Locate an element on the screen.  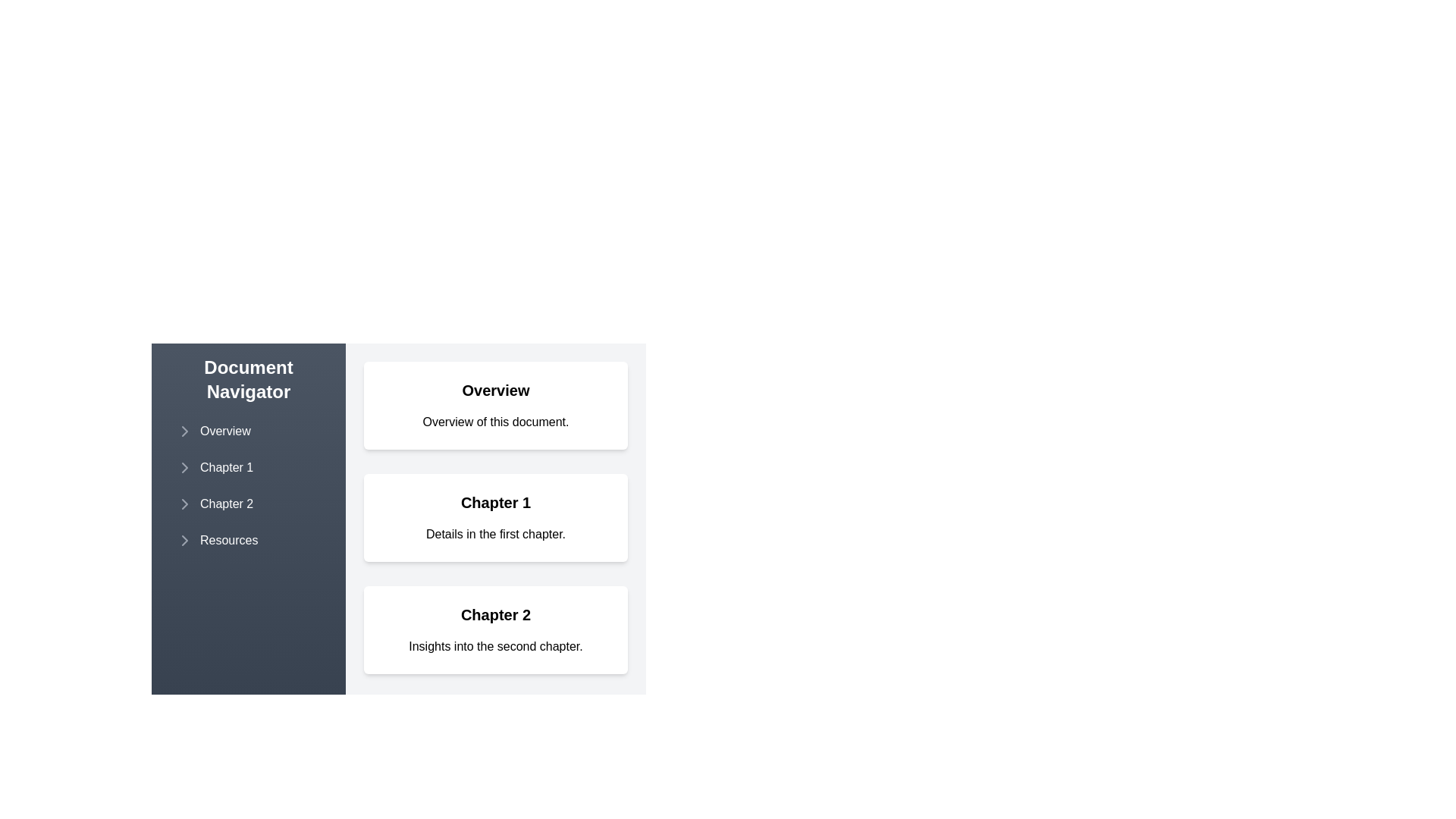
the informational card labeled 'Chapter 1' which contains the description 'Details in the first chapter.' is located at coordinates (399, 510).